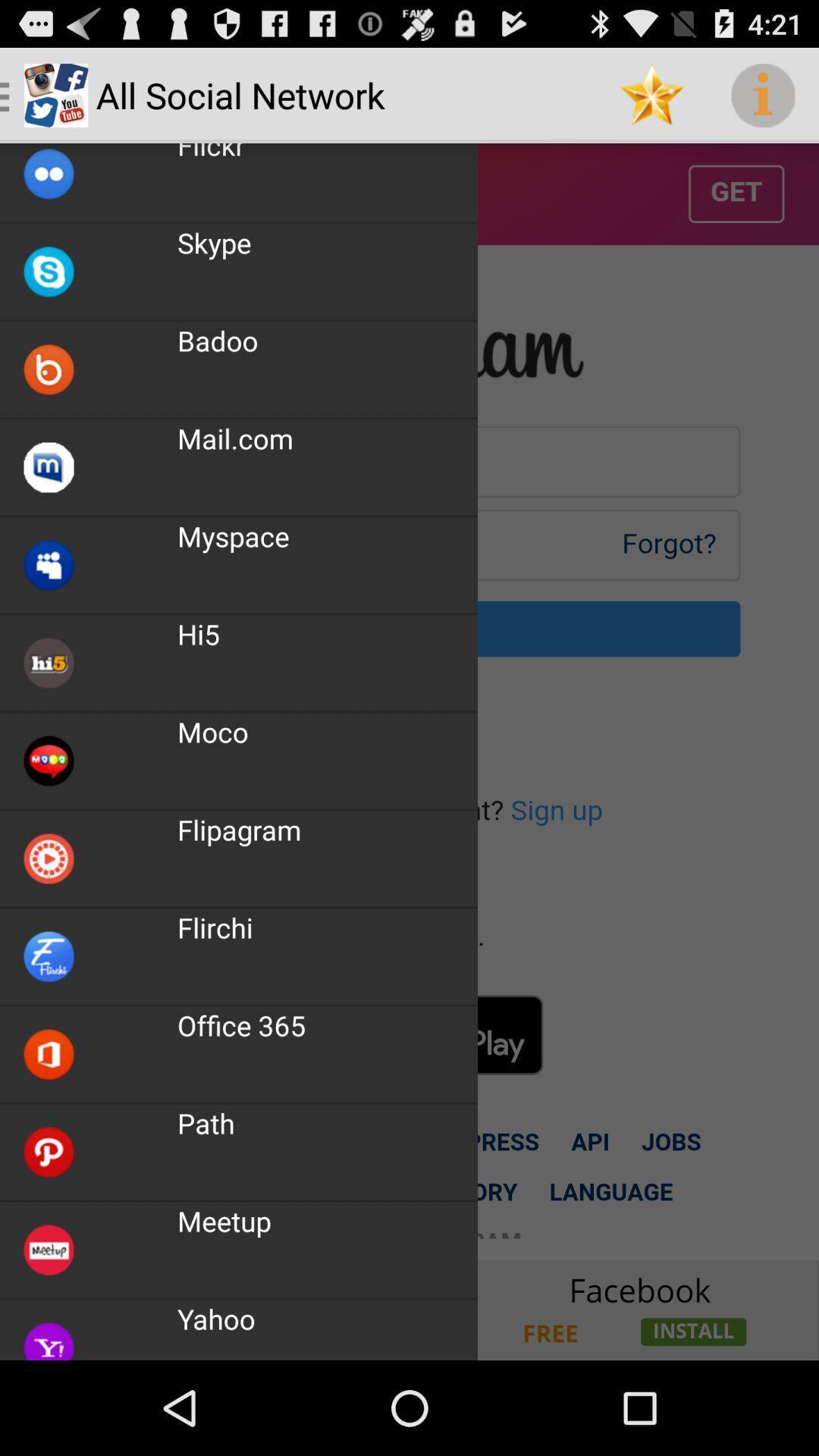 The width and height of the screenshot is (819, 1456). Describe the element at coordinates (216, 1318) in the screenshot. I see `icon below meetup` at that location.